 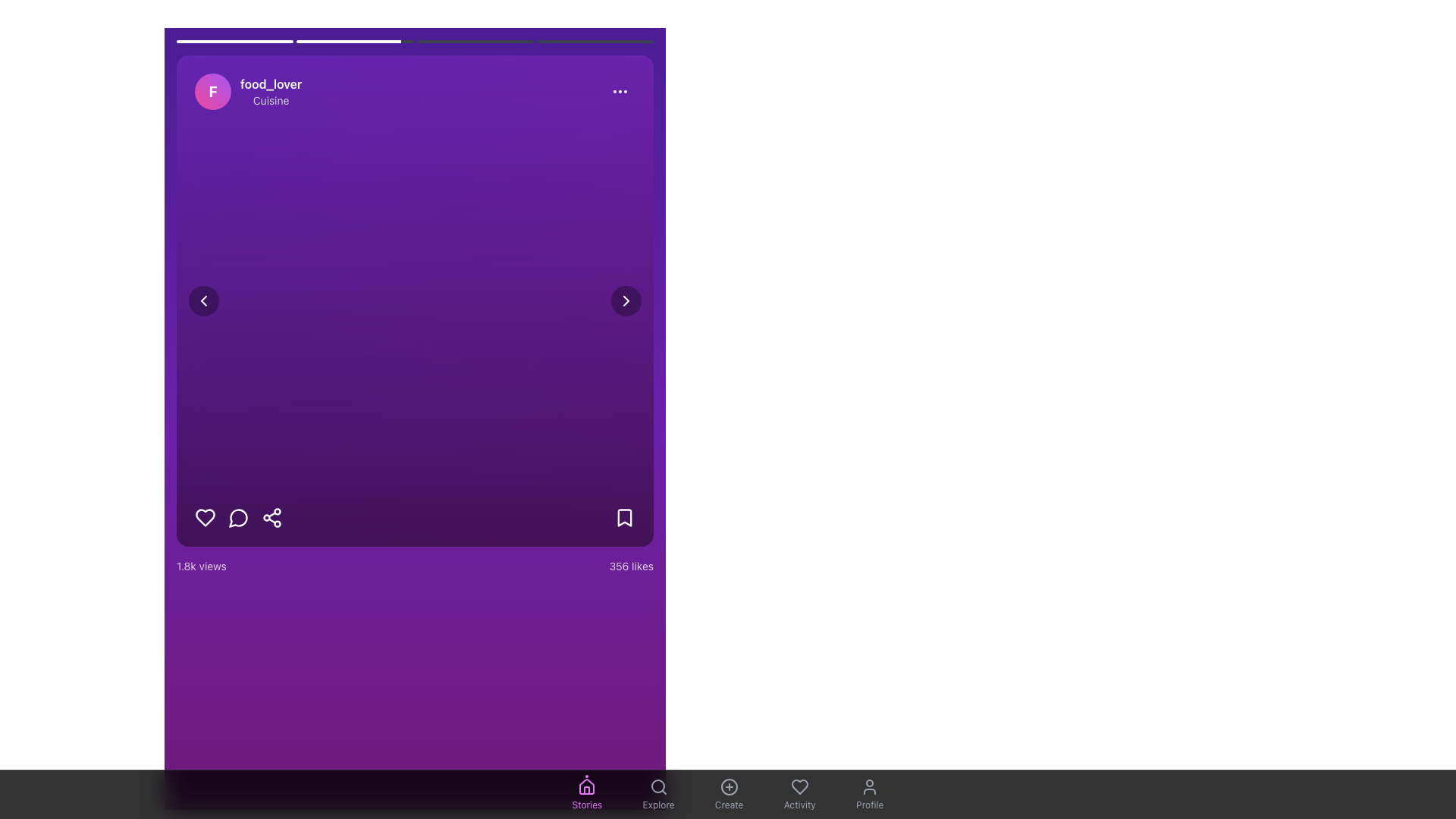 I want to click on the 'Activity' button, which features a heart-shaped icon and is located in the bottom navigation bar, fourth from the left, so click(x=799, y=794).